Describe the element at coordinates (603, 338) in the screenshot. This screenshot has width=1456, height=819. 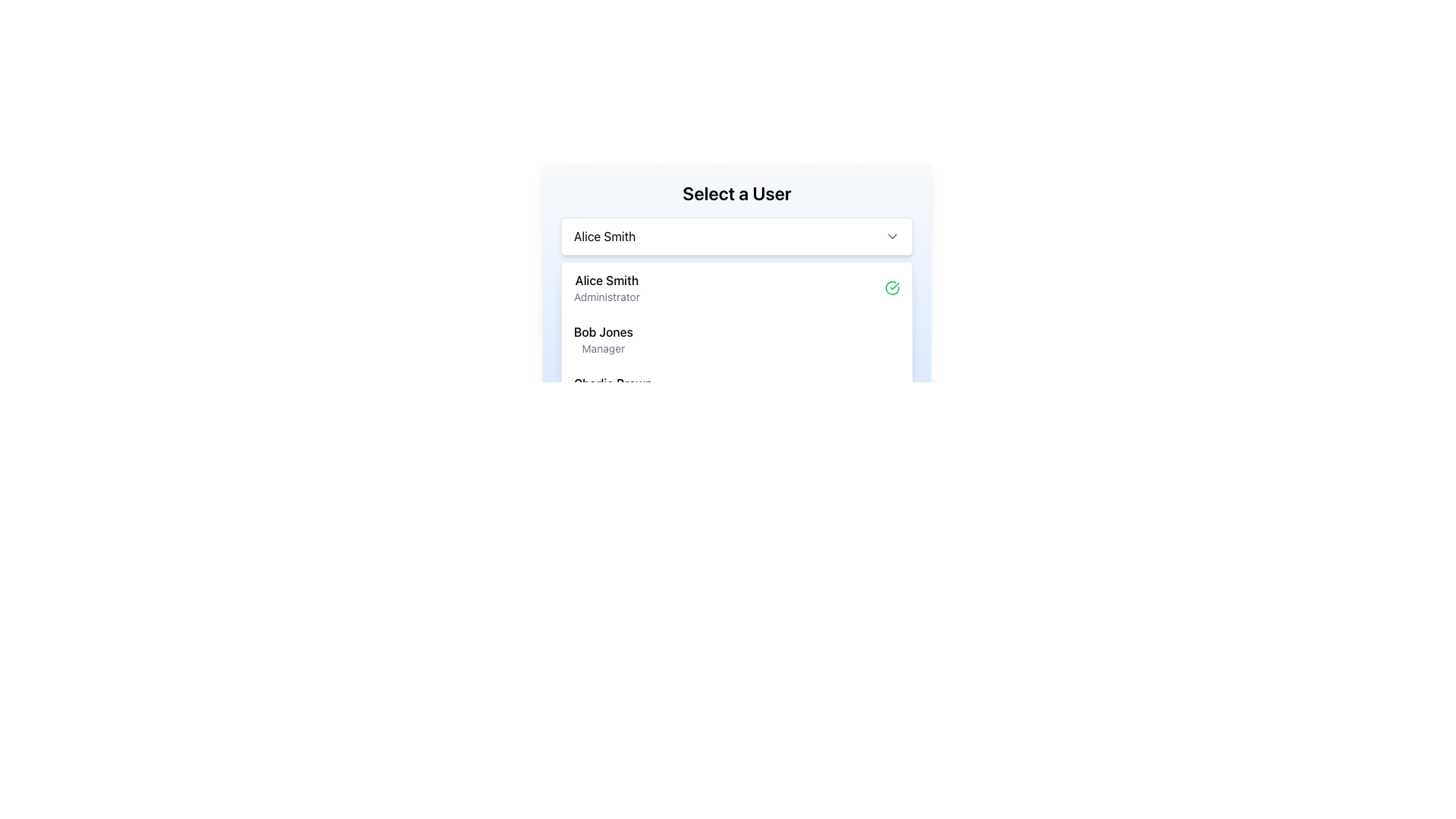
I see `the List item displaying 'Bob Jones' and 'Manager'` at that location.